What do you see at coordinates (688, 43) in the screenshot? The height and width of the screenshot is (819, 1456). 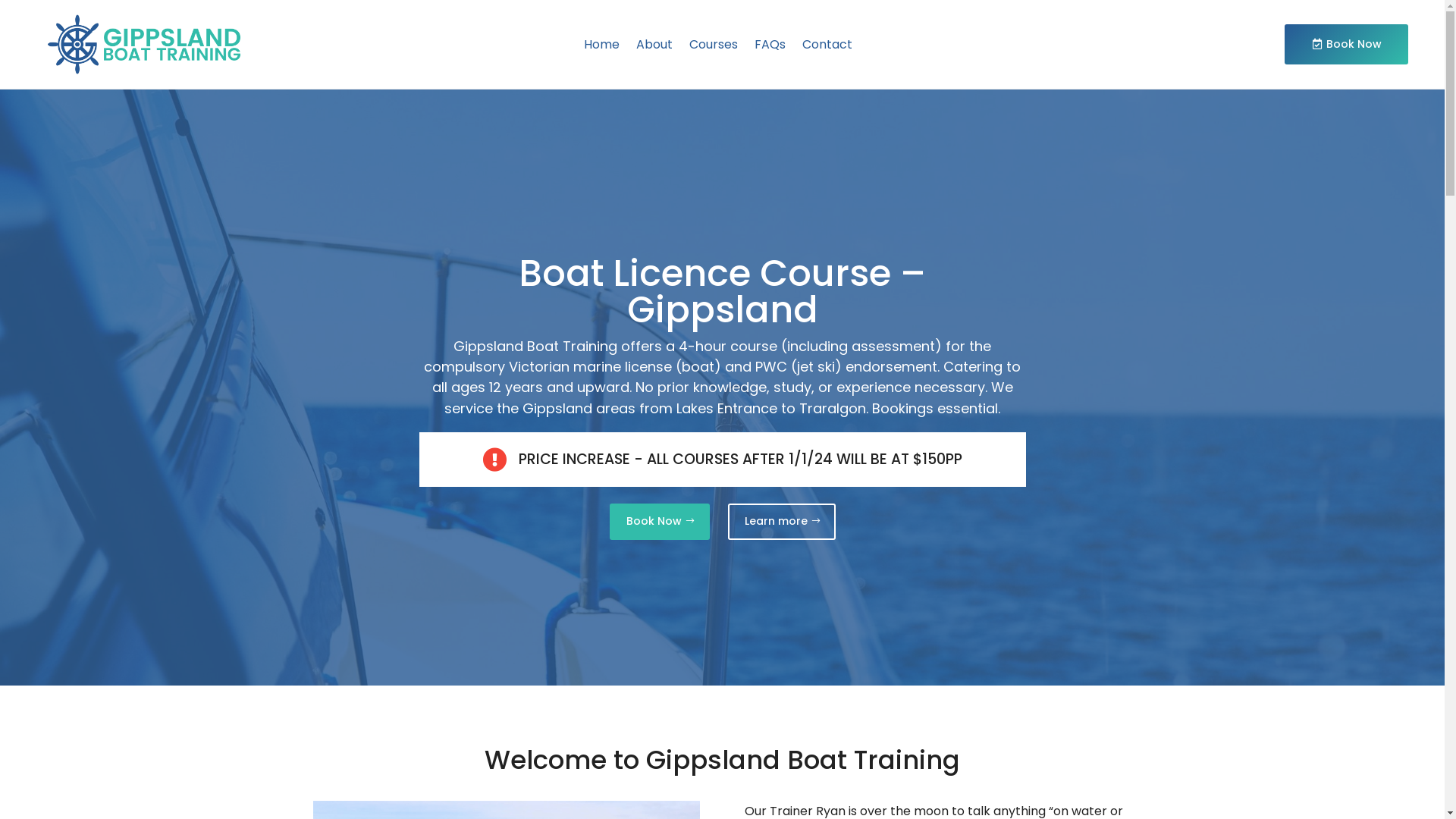 I see `'Courses'` at bounding box center [688, 43].